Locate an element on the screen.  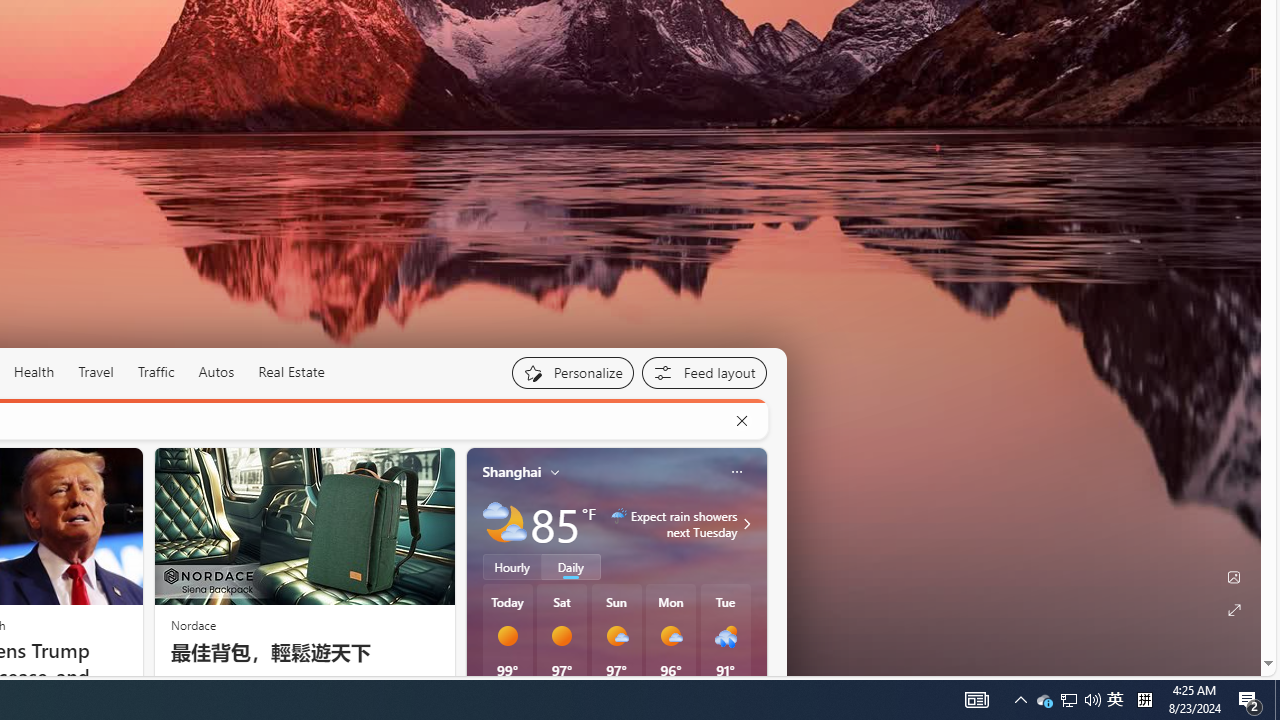
'My location' is located at coordinates (555, 471).